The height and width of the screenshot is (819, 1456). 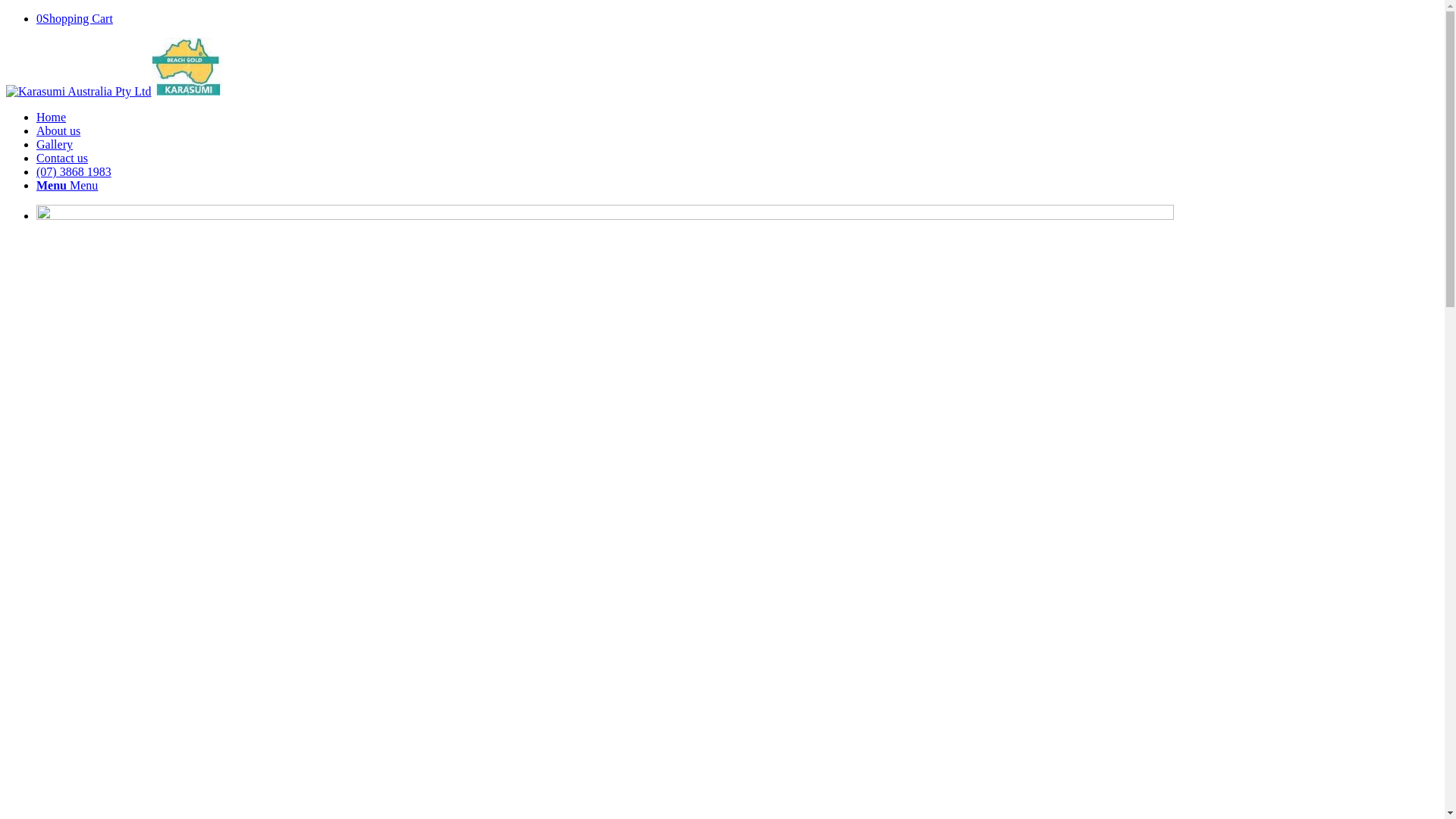 What do you see at coordinates (55, 144) in the screenshot?
I see `'Gallery'` at bounding box center [55, 144].